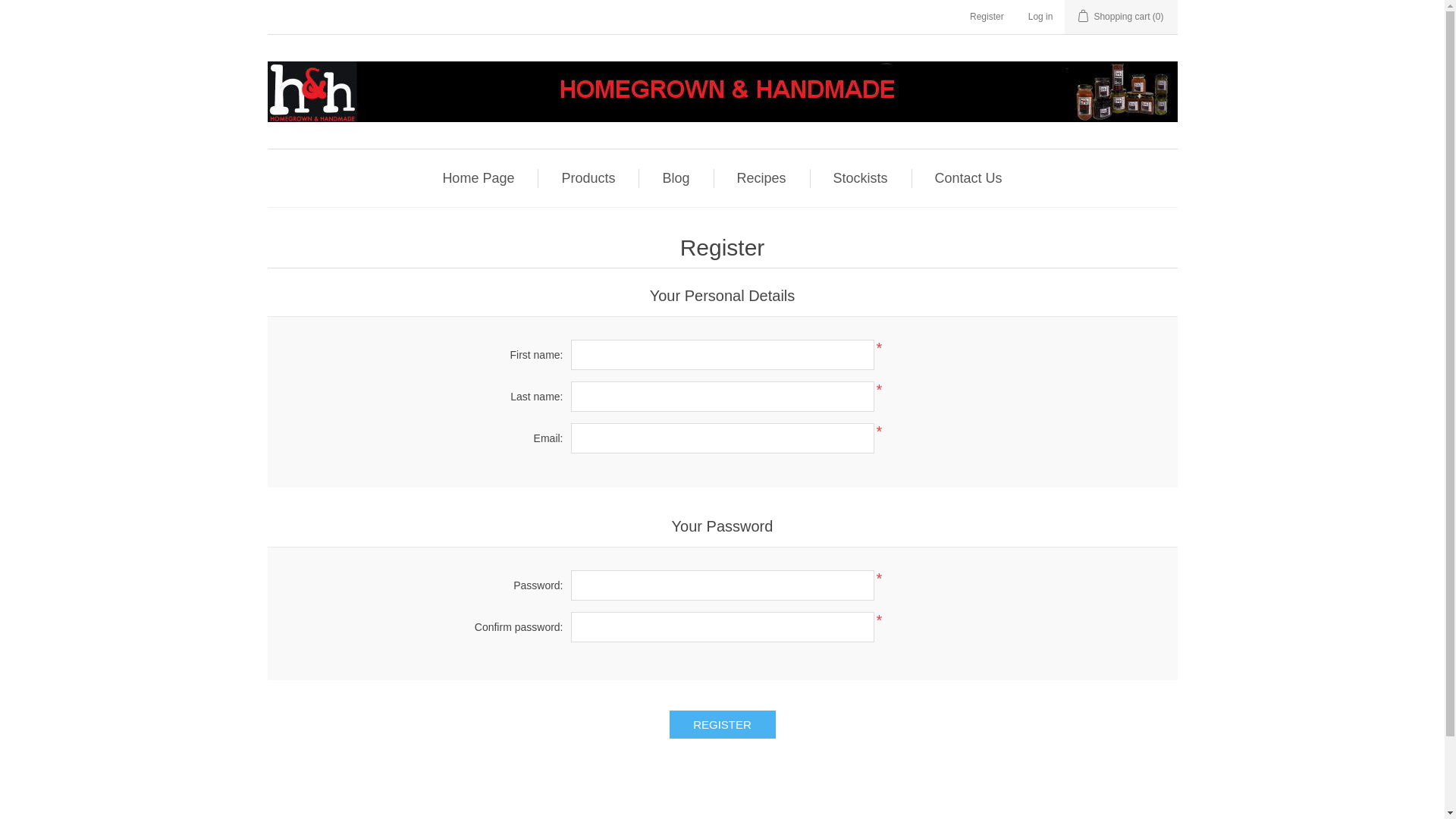  Describe the element at coordinates (860, 177) in the screenshot. I see `'Stockists'` at that location.